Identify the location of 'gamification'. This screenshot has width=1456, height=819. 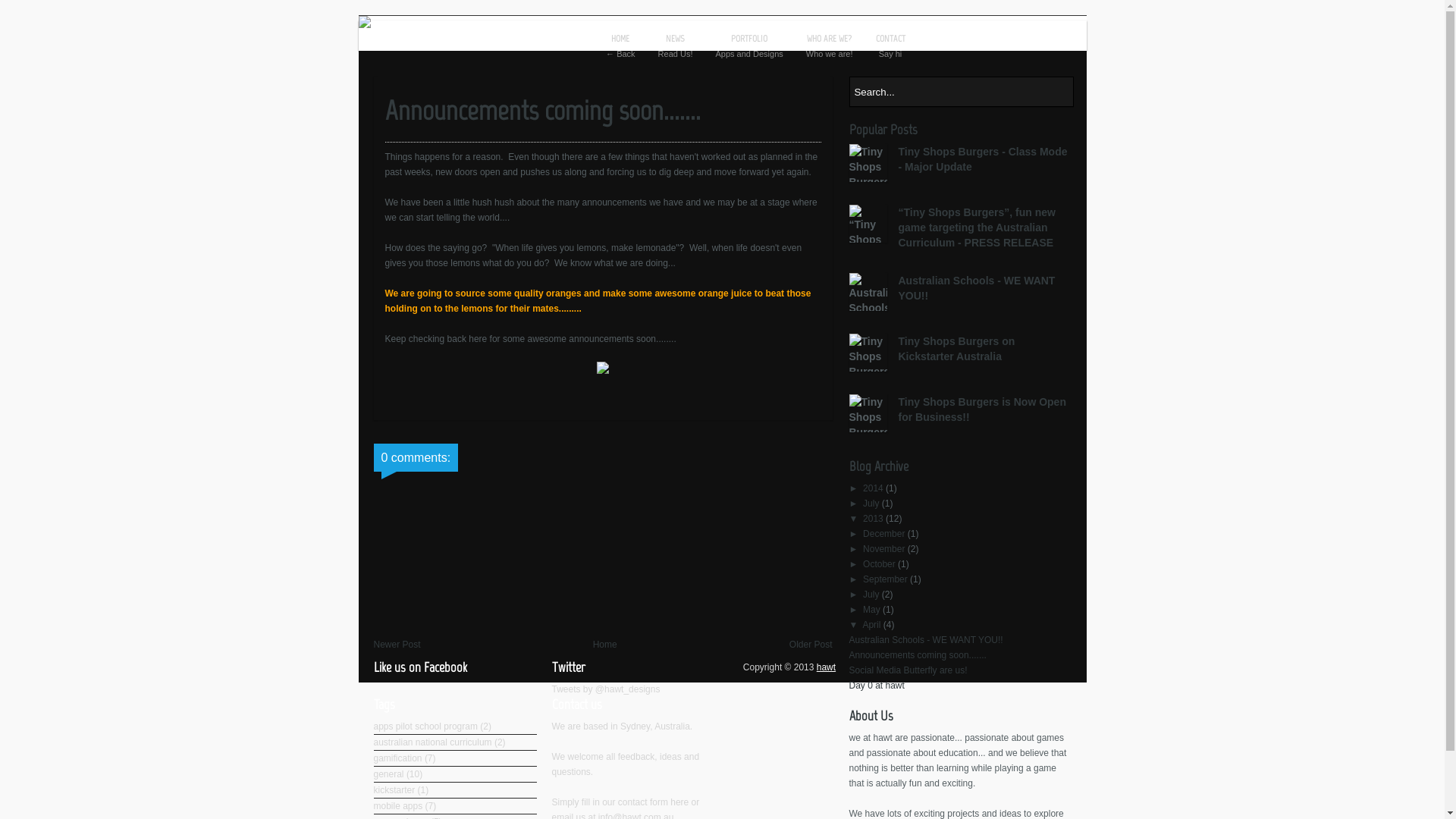
(397, 758).